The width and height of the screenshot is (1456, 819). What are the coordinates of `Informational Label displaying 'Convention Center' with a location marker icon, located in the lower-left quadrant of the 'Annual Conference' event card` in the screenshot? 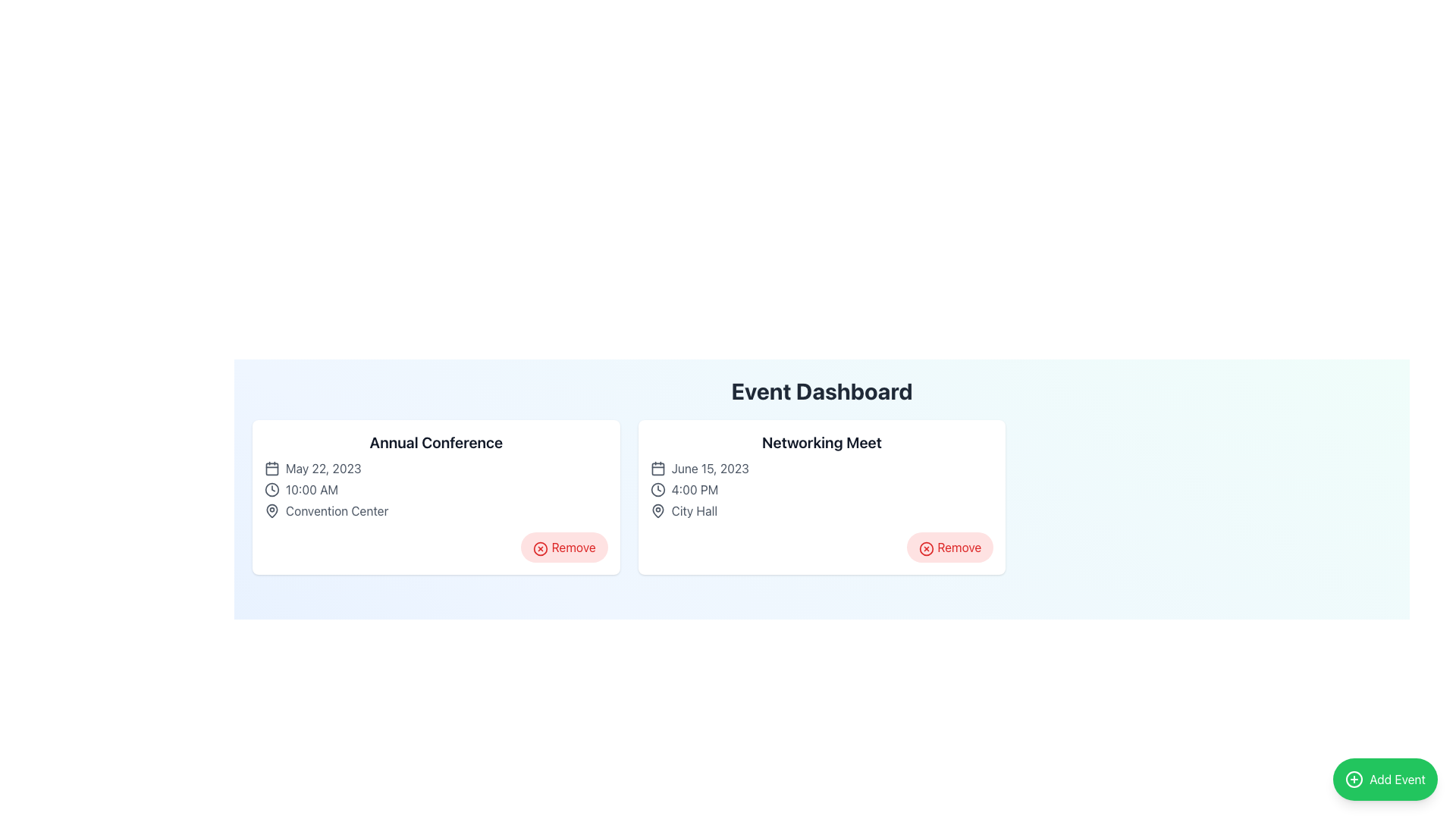 It's located at (435, 511).